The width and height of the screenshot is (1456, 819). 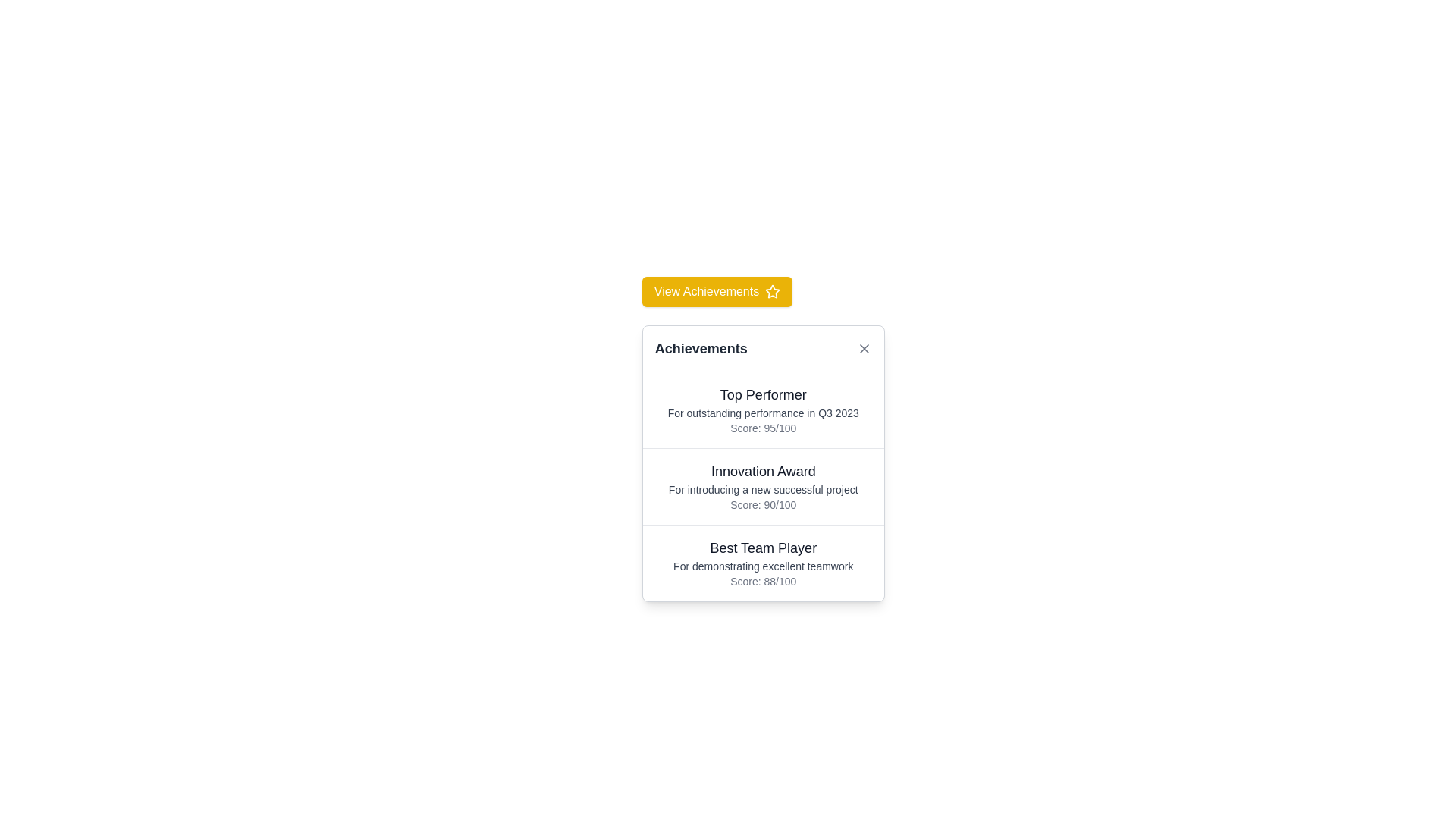 What do you see at coordinates (763, 563) in the screenshot?
I see `the text component displaying 'Best Team Player' with a score of '88/100', located in the 'Achievements' section` at bounding box center [763, 563].